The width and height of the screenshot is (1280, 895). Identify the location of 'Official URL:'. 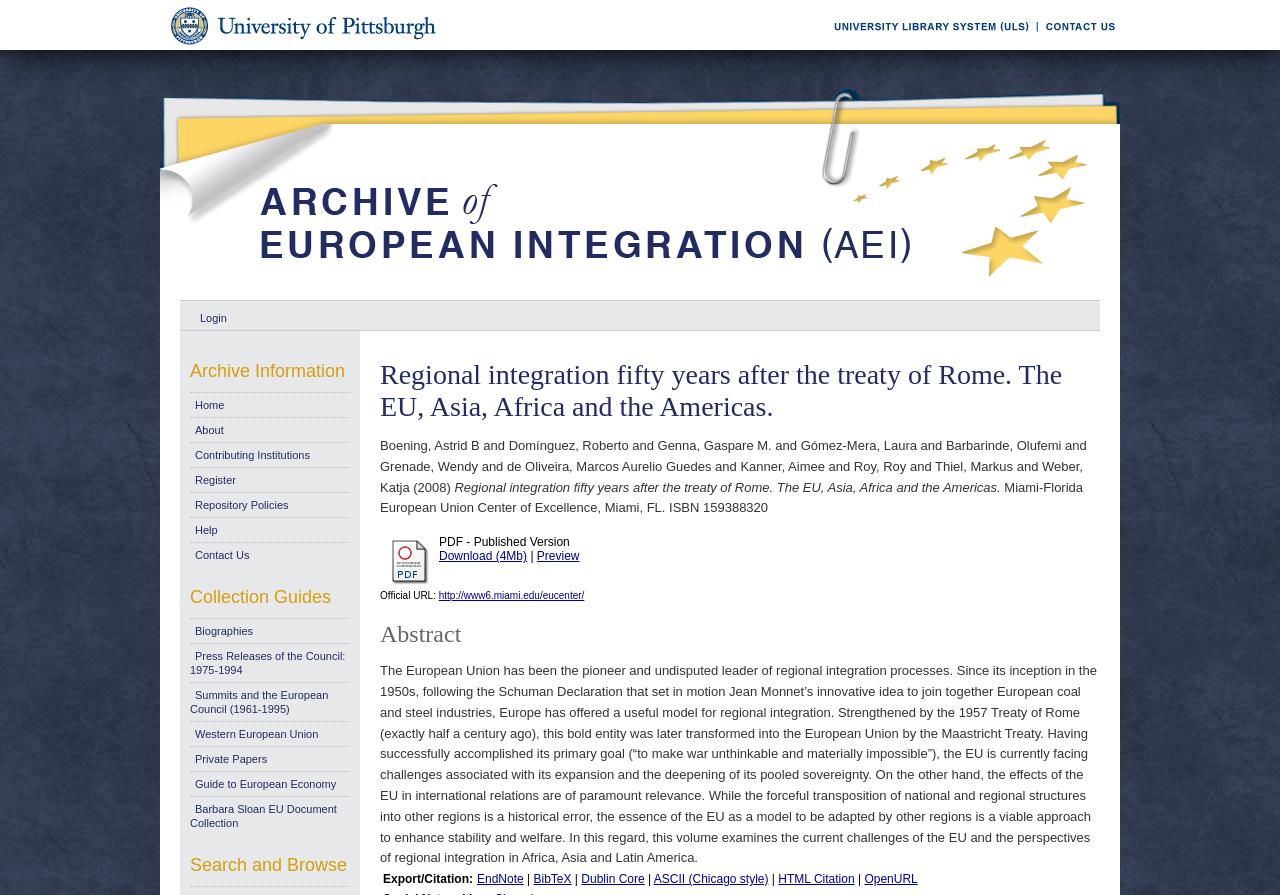
(407, 594).